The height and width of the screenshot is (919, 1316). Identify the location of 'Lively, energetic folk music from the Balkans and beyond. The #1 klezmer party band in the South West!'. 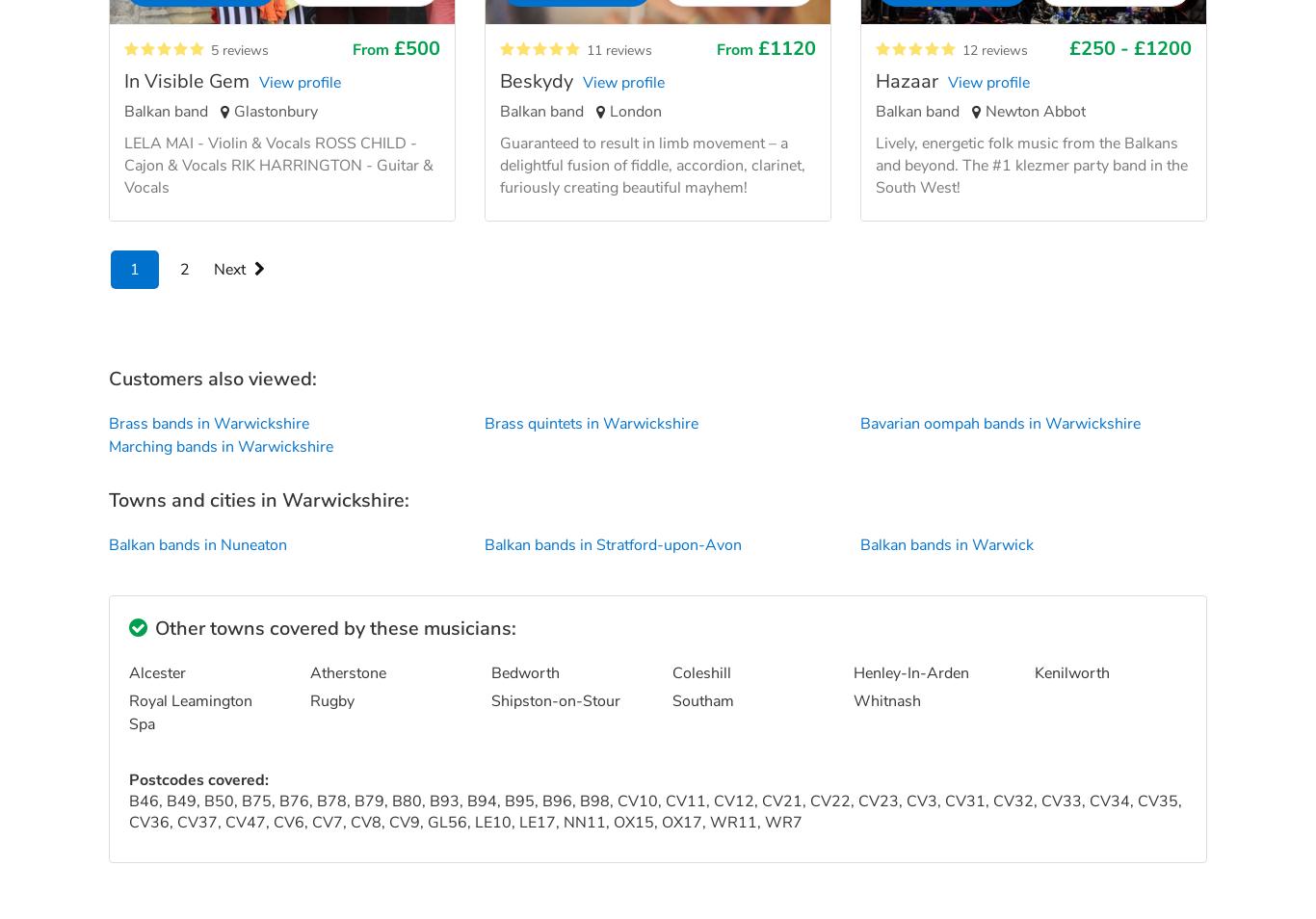
(1030, 163).